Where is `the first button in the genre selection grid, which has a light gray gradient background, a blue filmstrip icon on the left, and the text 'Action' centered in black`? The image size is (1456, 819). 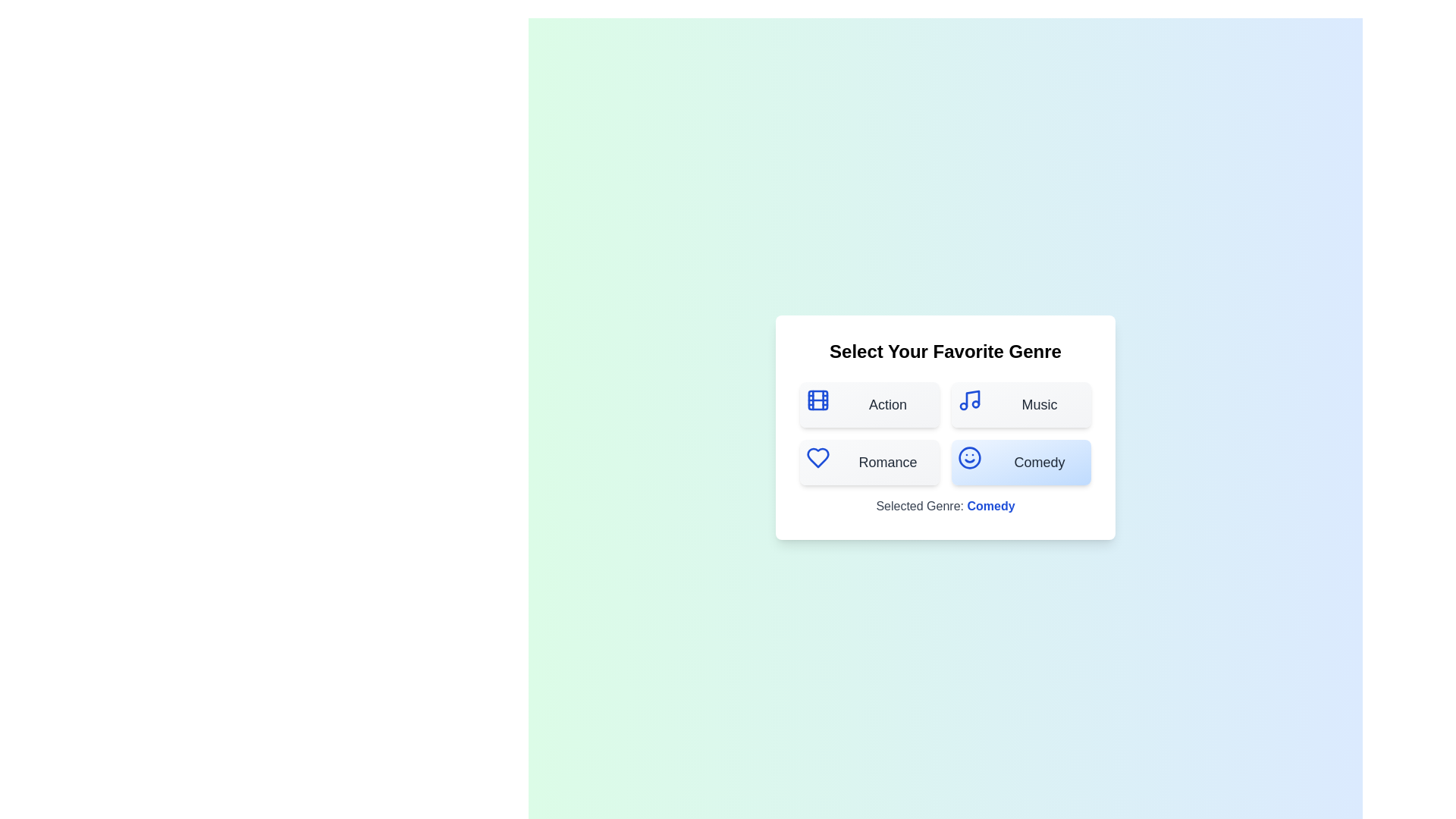
the first button in the genre selection grid, which has a light gray gradient background, a blue filmstrip icon on the left, and the text 'Action' centered in black is located at coordinates (870, 403).